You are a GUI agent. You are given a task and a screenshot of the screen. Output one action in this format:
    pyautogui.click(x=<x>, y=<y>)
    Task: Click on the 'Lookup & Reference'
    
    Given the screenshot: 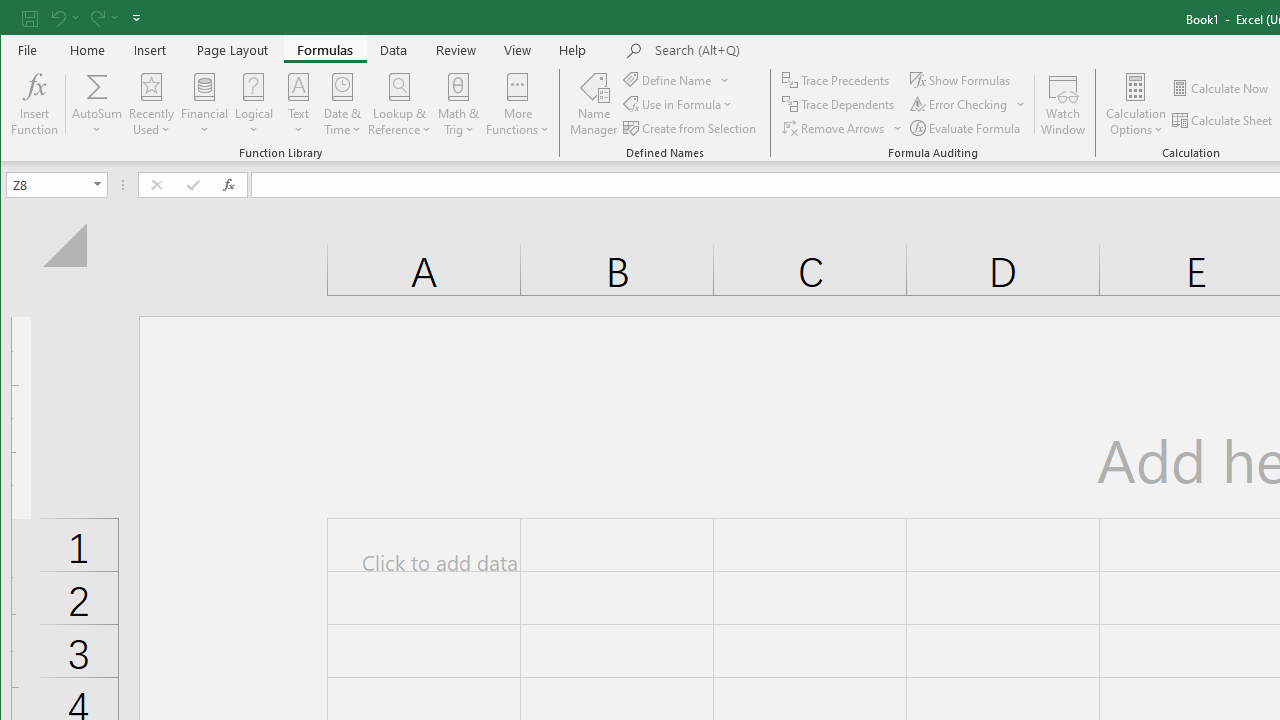 What is the action you would take?
    pyautogui.click(x=400, y=104)
    